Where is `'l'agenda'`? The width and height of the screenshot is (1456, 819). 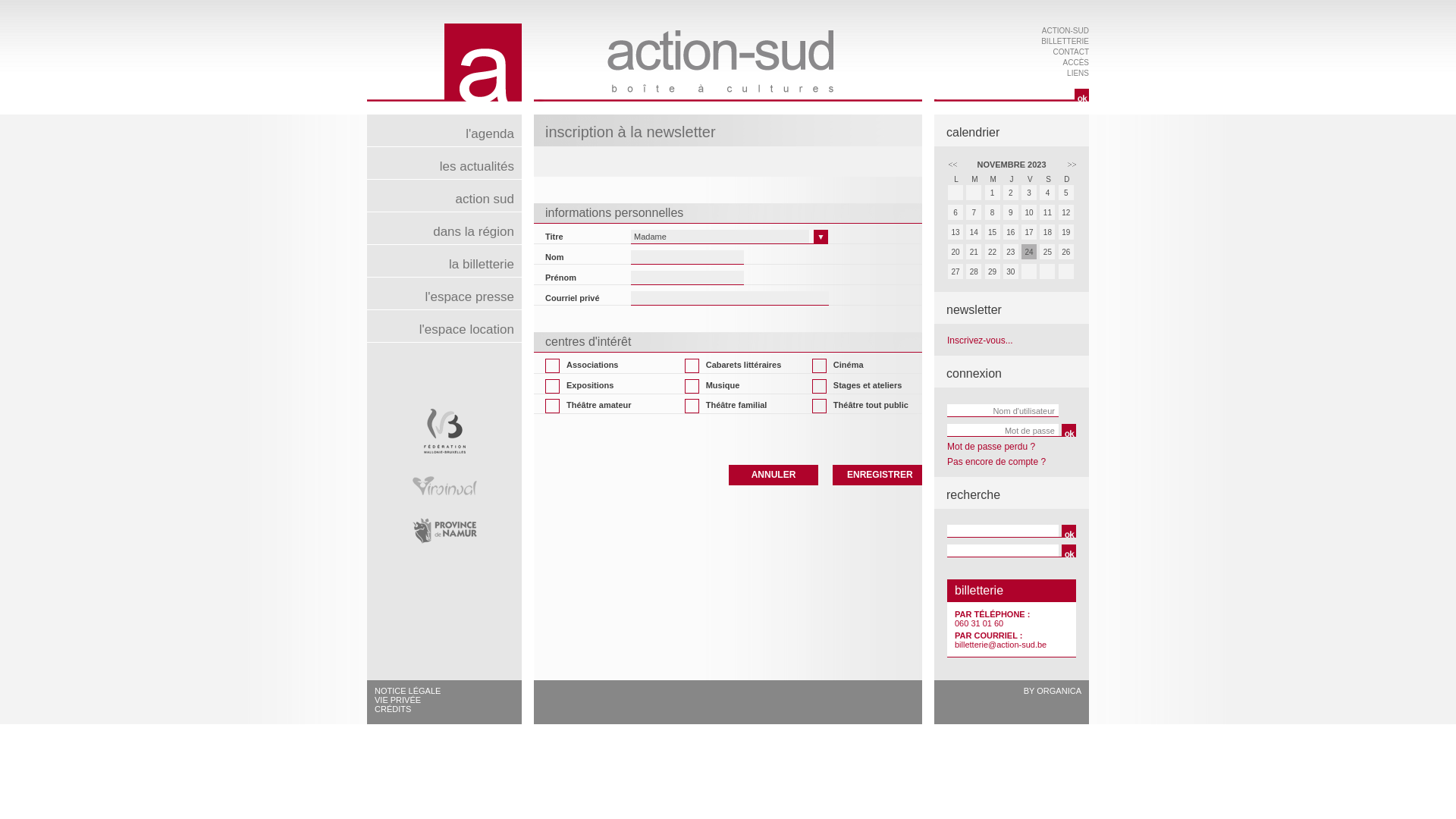
'l'agenda' is located at coordinates (443, 130).